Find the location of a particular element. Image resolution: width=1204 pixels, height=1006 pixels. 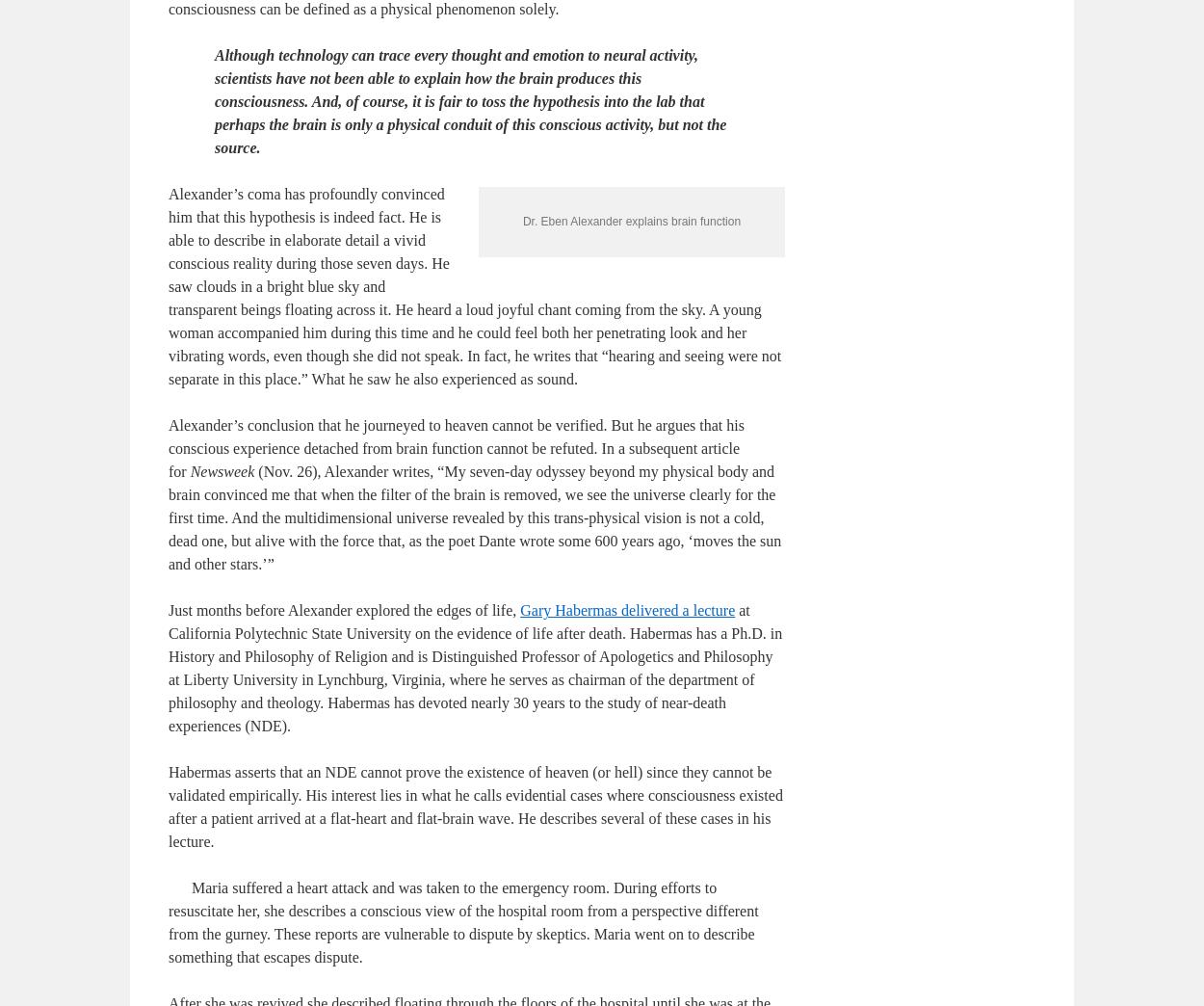

'Although technology can trace every thought and emotion to neural activity, scientists have not been able to explain how the brain produces this consciousness. And, of course, it is fair to toss the hypothesis into the lab that perhaps the brain is only a physical conduit of this conscious activity, but not the source.' is located at coordinates (469, 194).